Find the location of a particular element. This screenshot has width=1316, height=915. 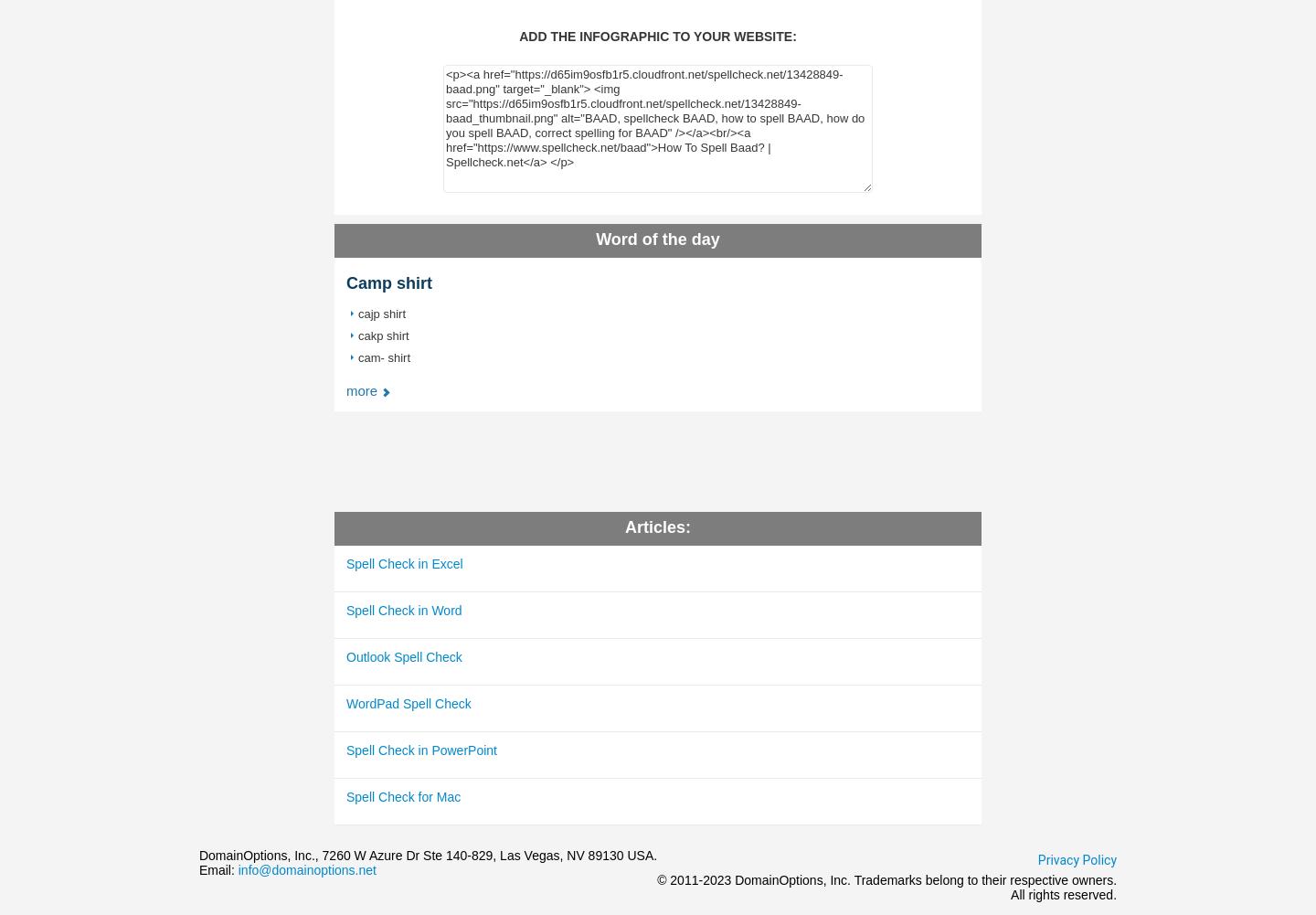

'cajp shirt' is located at coordinates (381, 314).